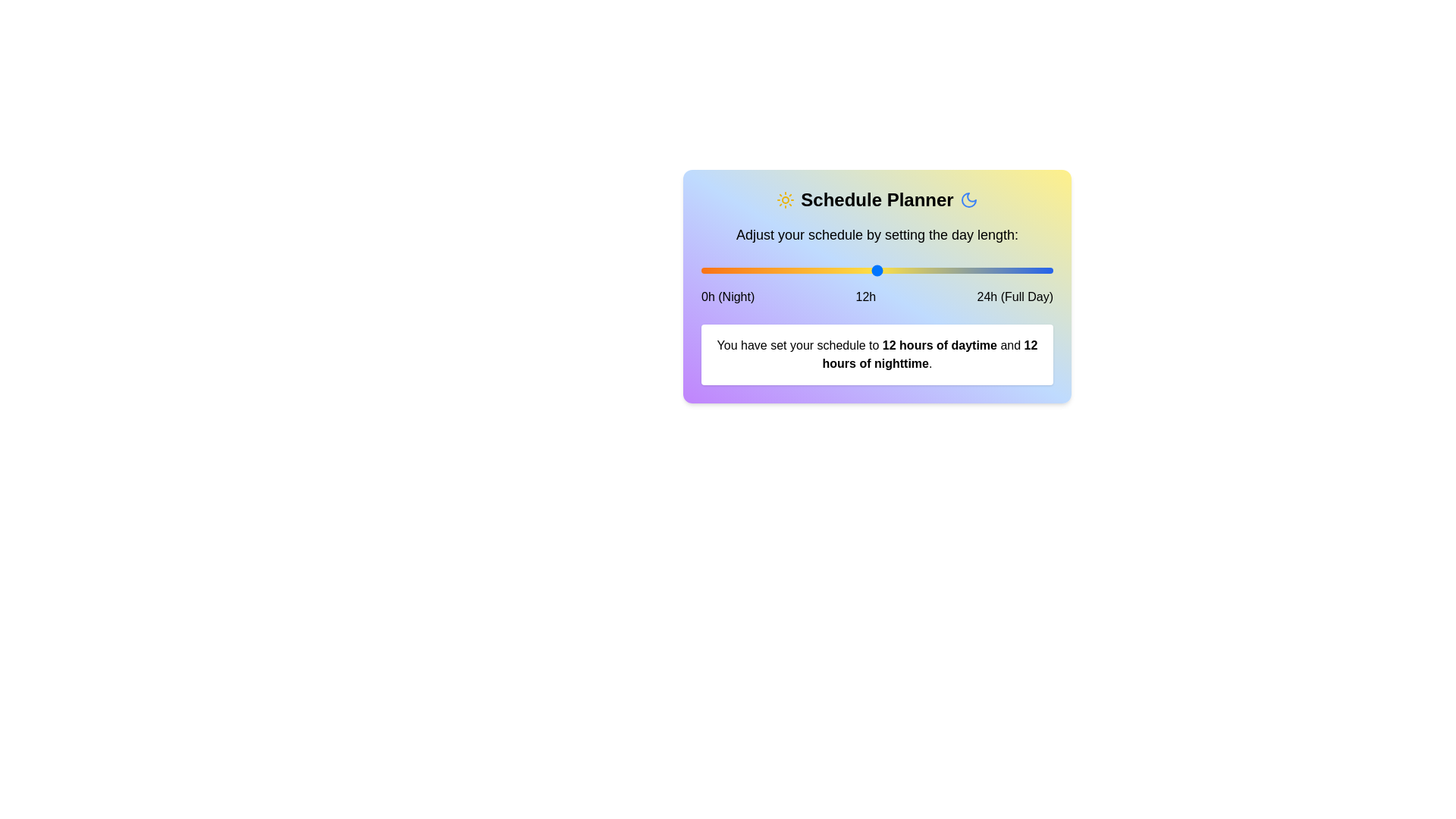  Describe the element at coordinates (877, 270) in the screenshot. I see `the slider to set daytime hours to 12` at that location.